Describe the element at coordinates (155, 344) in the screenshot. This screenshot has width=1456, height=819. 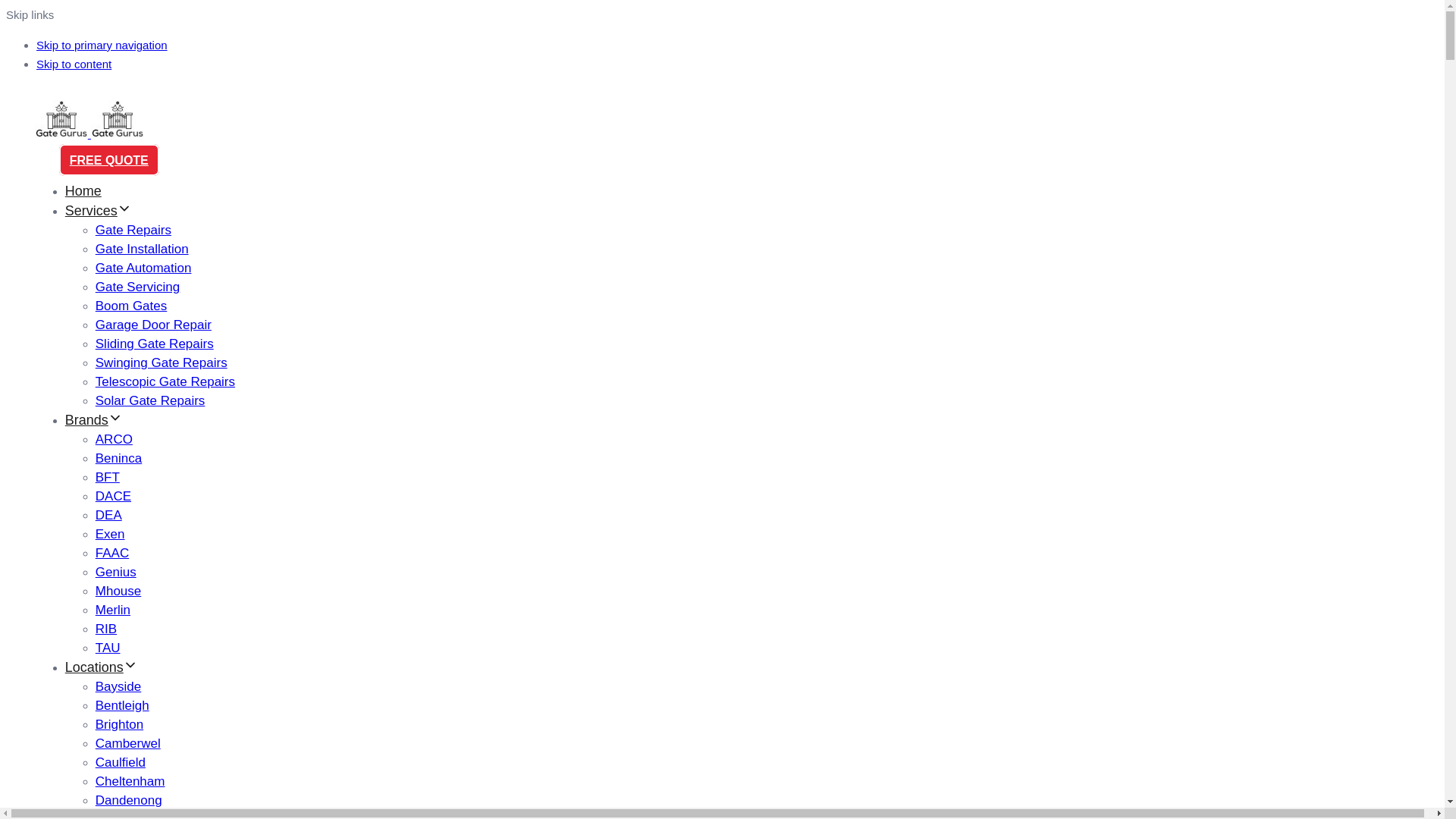
I see `'Sliding Gate Repairs'` at that location.